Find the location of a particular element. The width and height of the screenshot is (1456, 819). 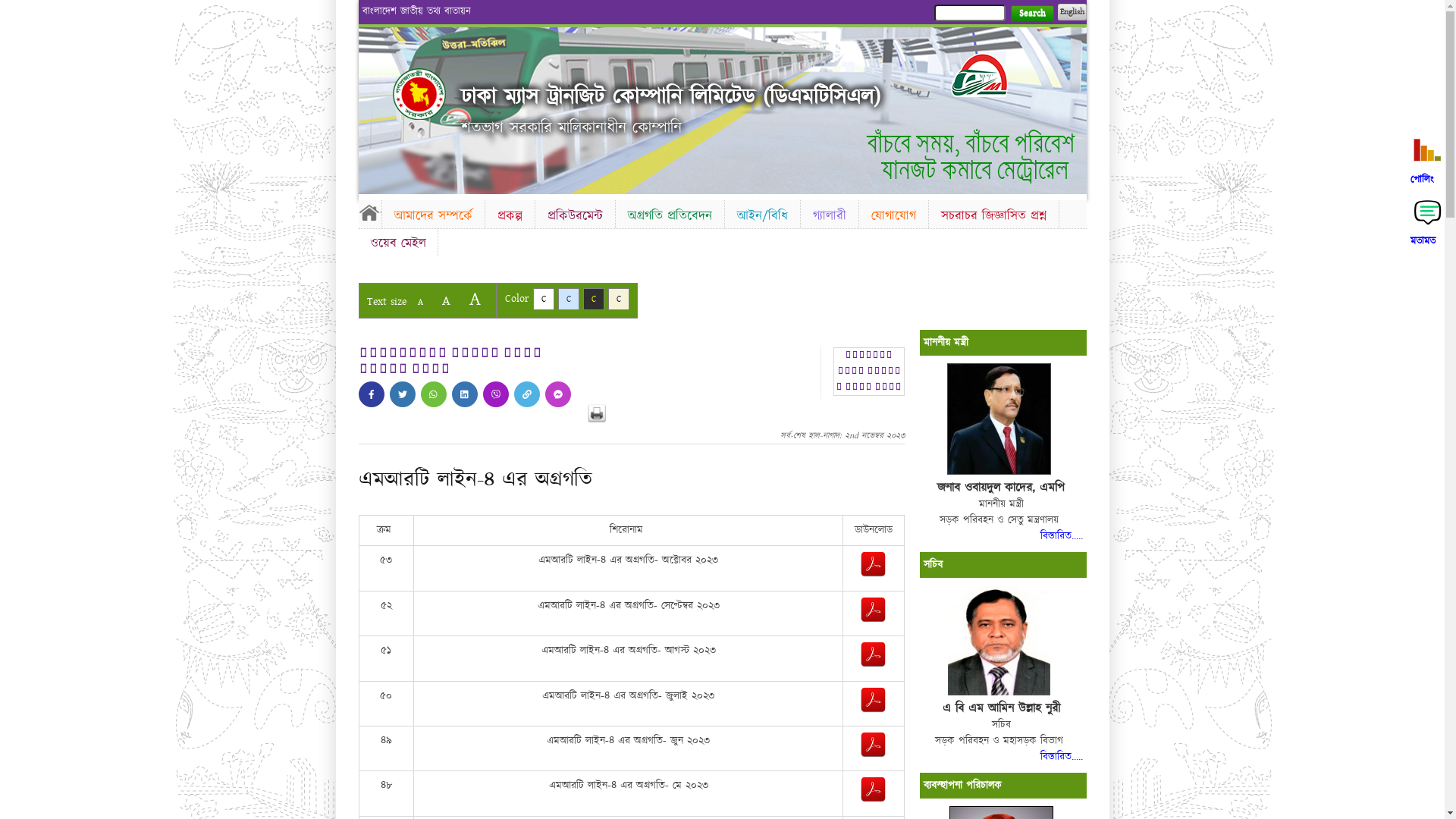

'C' is located at coordinates (567, 299).